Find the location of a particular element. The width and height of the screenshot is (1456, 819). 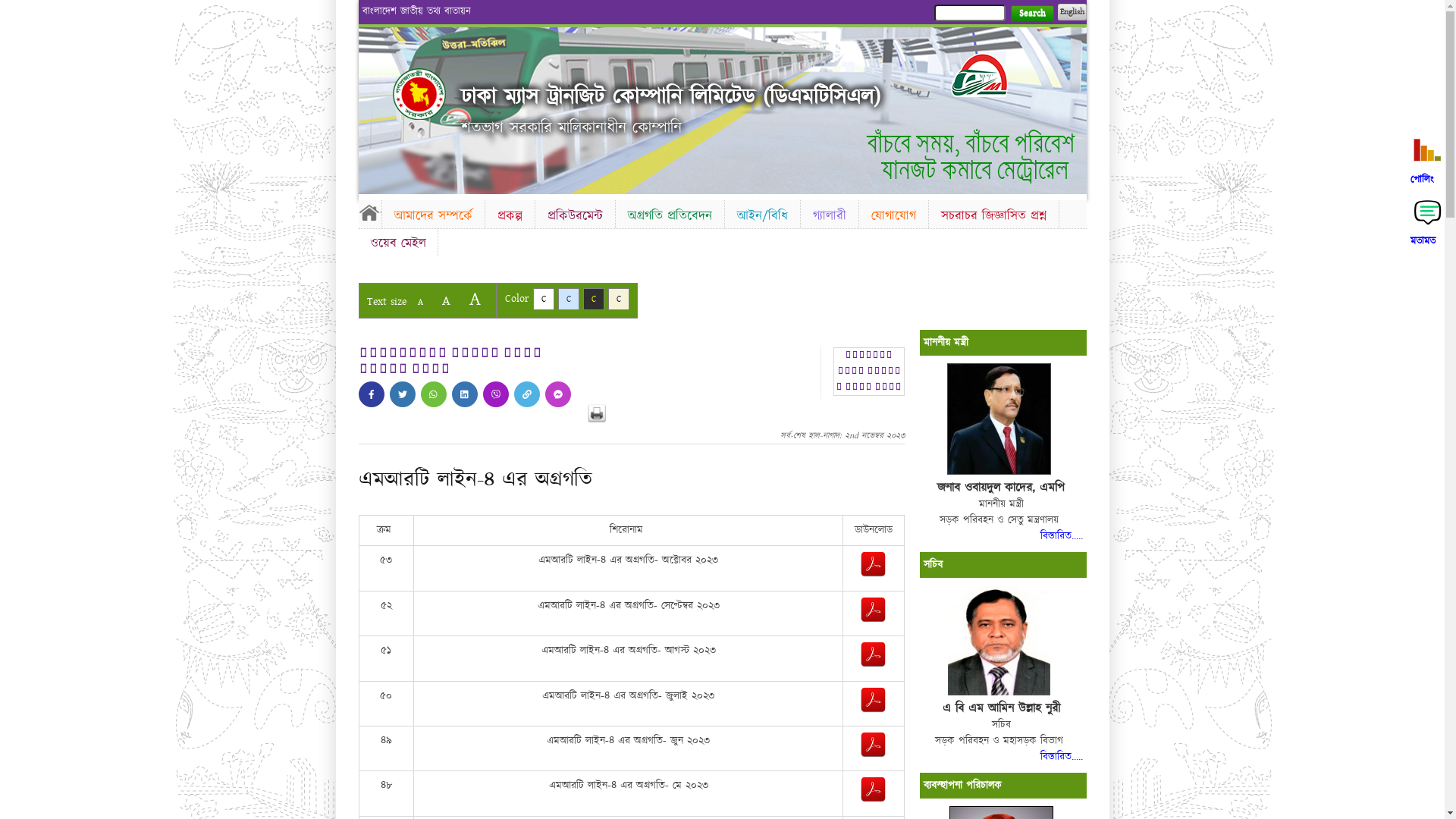

'C' is located at coordinates (567, 299).